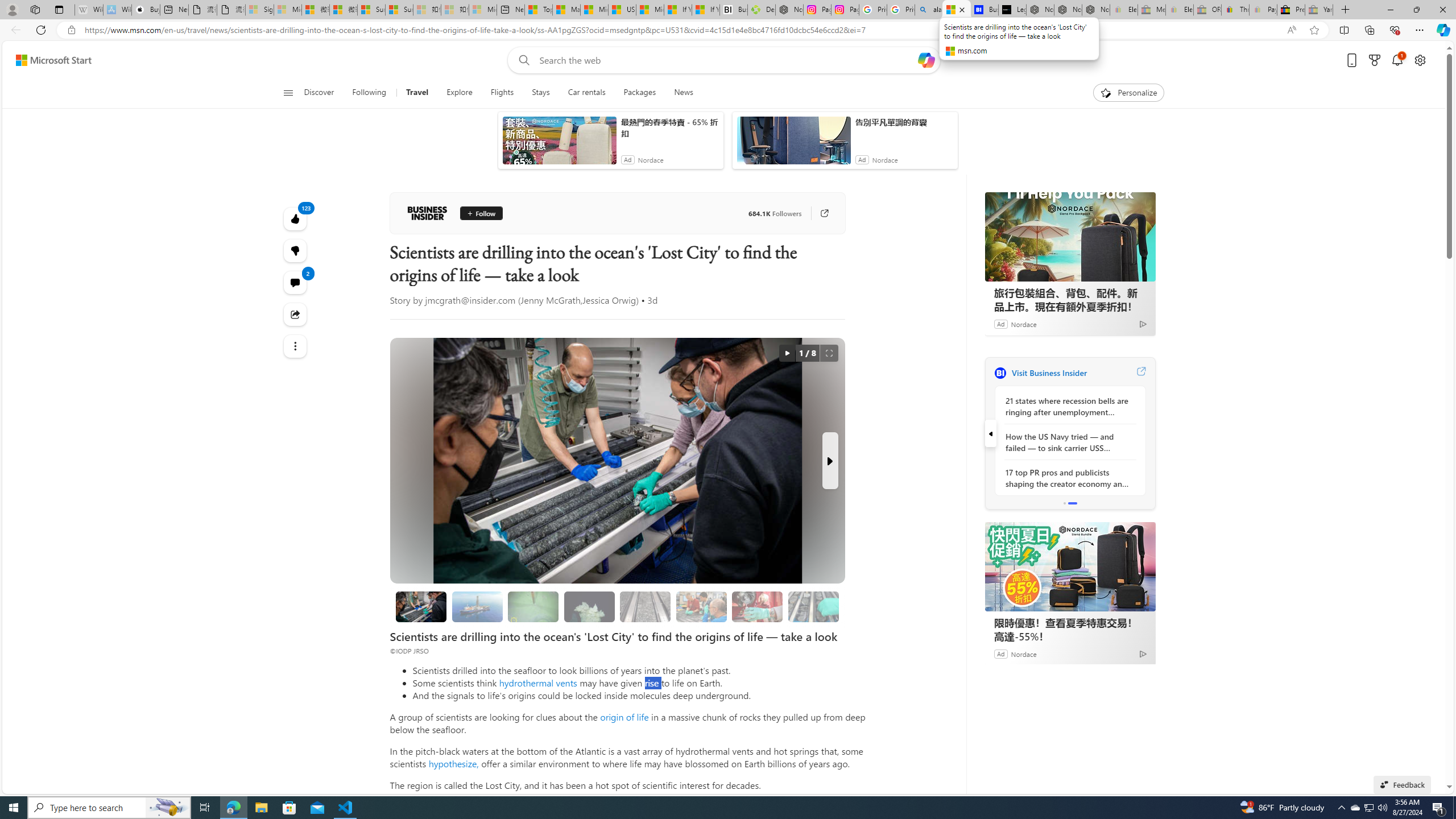 The height and width of the screenshot is (819, 1456). What do you see at coordinates (793, 144) in the screenshot?
I see `'anim-content'` at bounding box center [793, 144].